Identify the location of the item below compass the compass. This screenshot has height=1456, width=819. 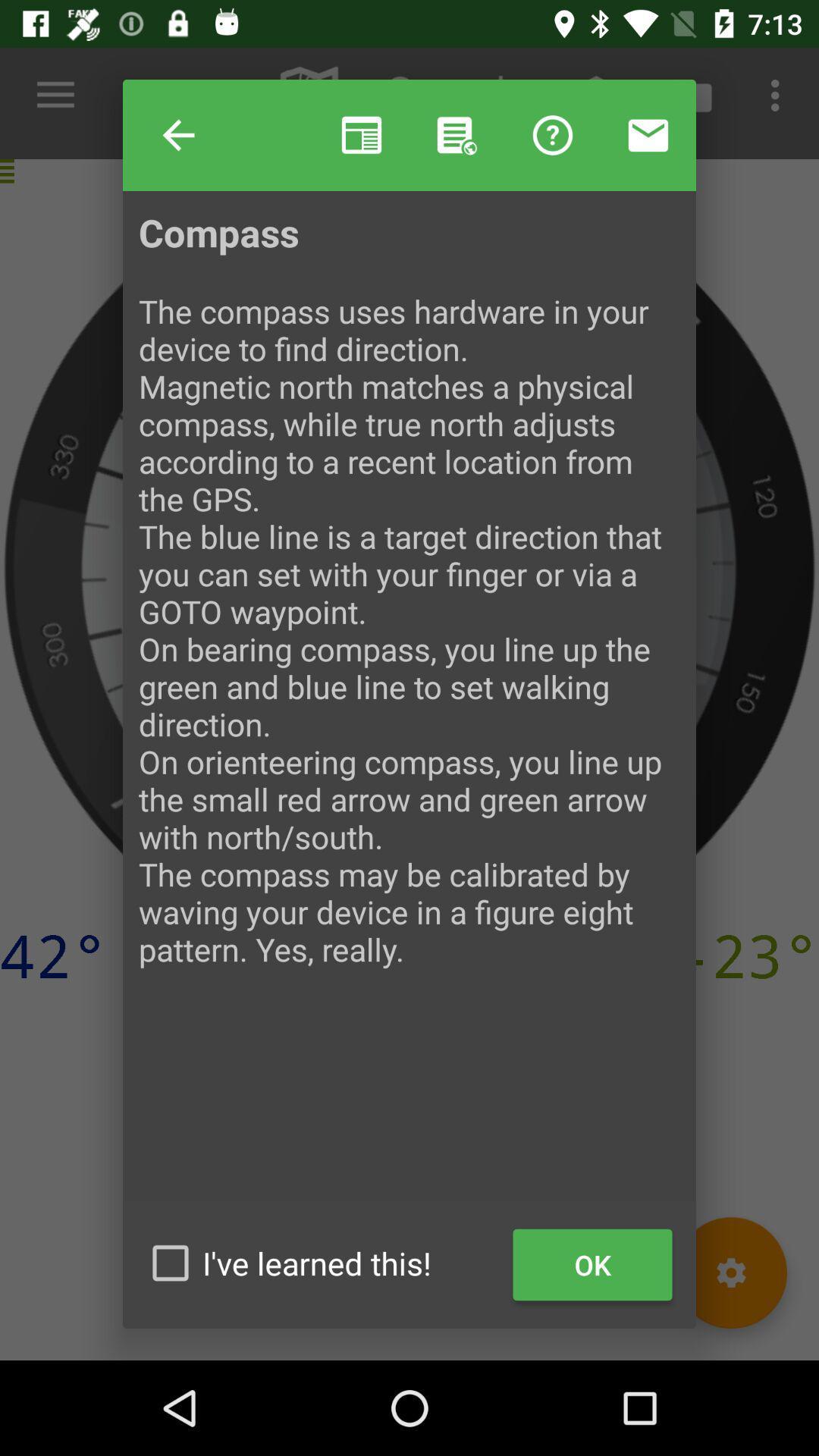
(591, 1265).